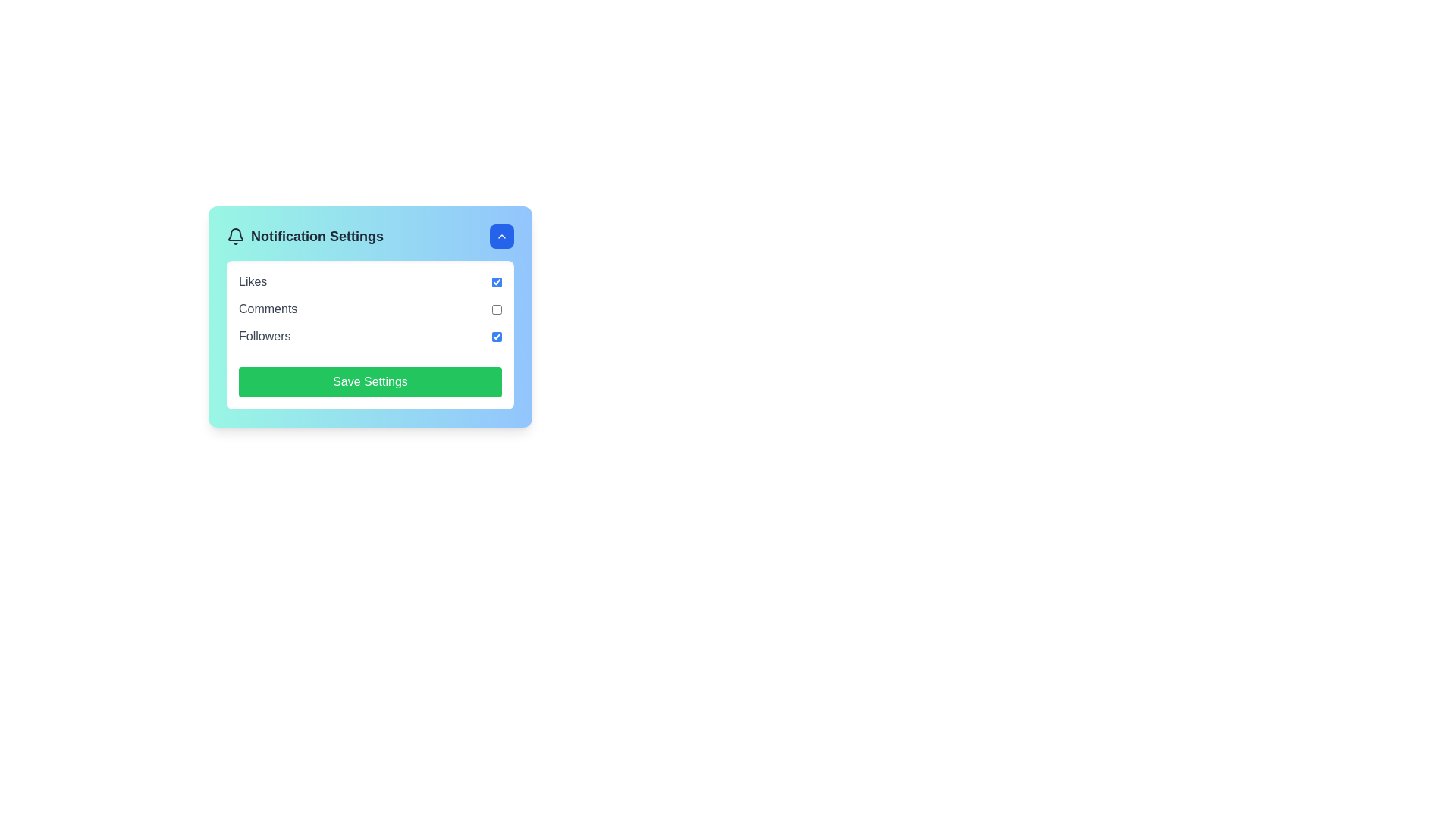  Describe the element at coordinates (235, 234) in the screenshot. I see `the notification icon located at the leftmost side of the header bar in the 'Notification Settings' dialog box, next to the title text` at that location.